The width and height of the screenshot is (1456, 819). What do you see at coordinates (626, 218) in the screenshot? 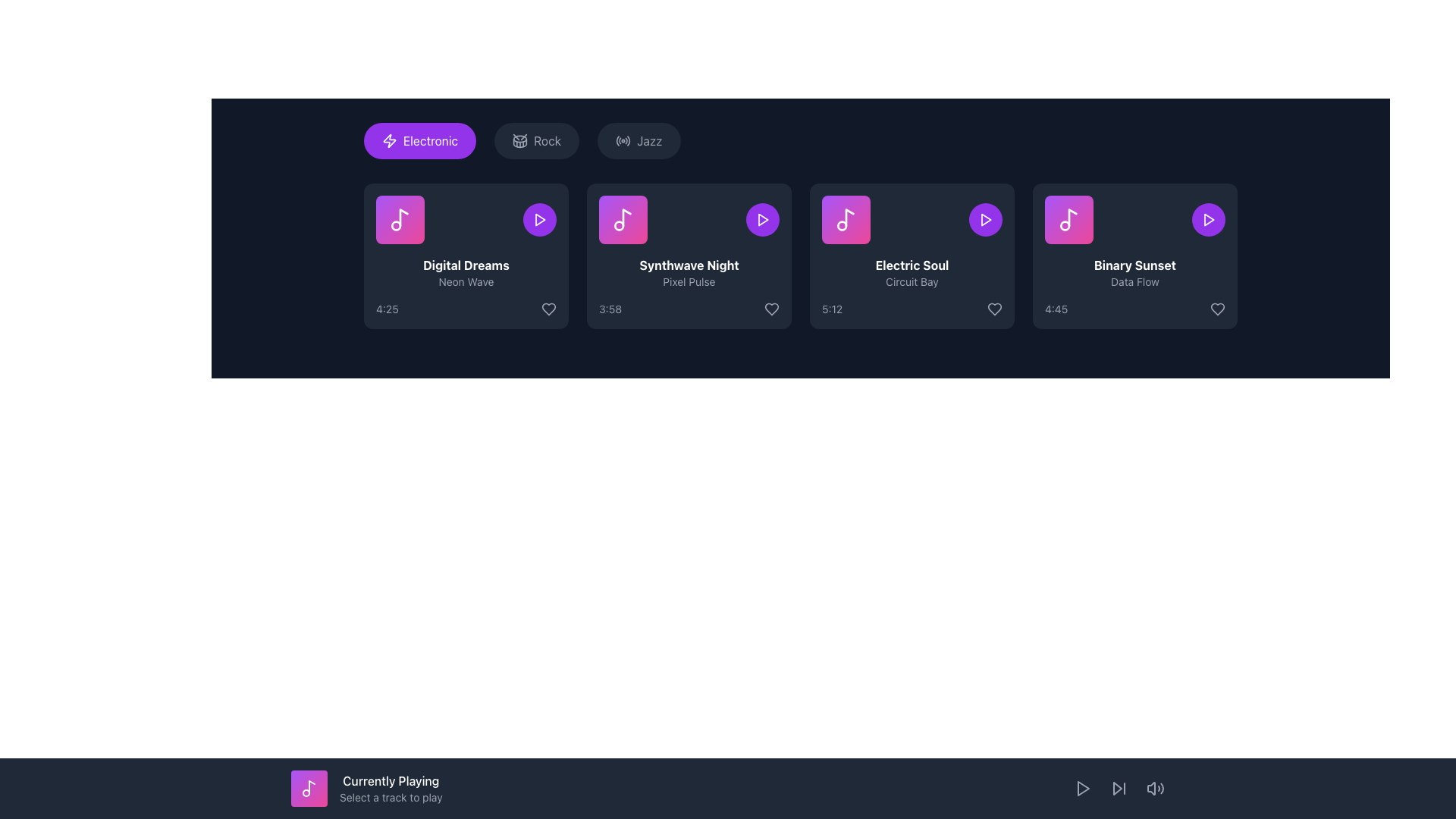
I see `the small musical note icon within the 'Synthwave Night' card in the music thumbnails` at bounding box center [626, 218].